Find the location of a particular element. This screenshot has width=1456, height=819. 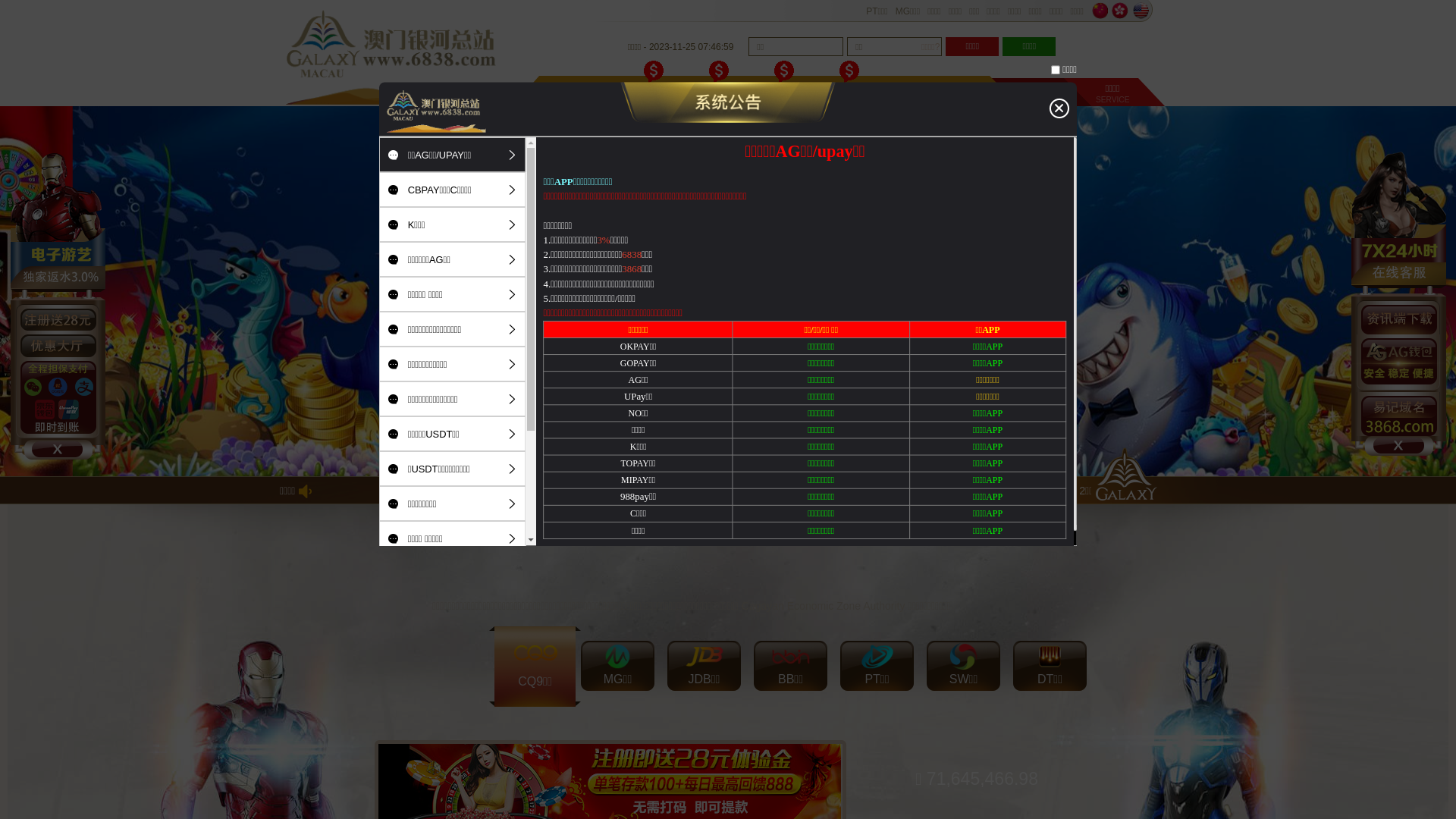

'English' is located at coordinates (1140, 11).